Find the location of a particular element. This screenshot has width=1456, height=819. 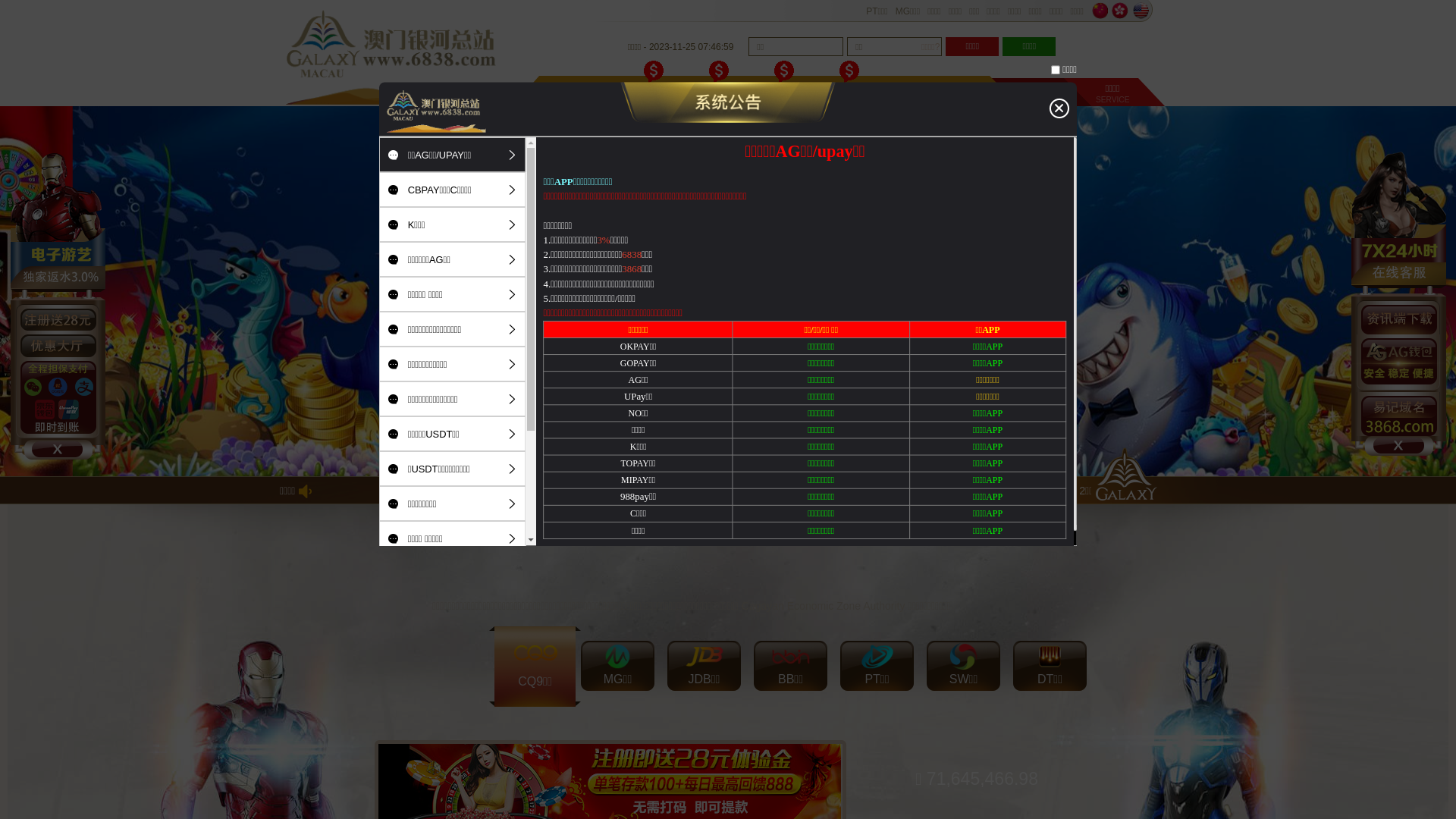

'English' is located at coordinates (1140, 11).